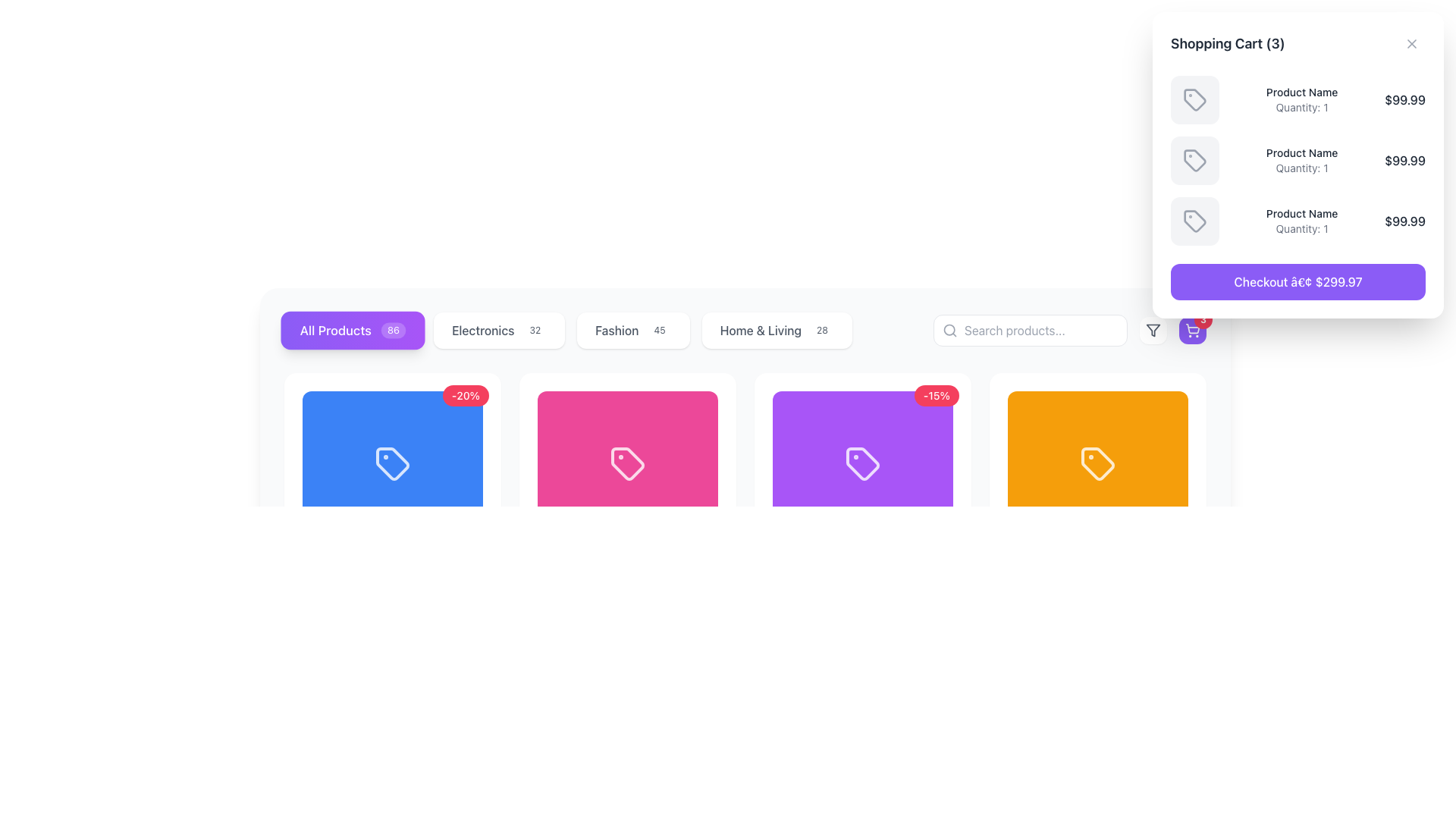 The image size is (1456, 819). What do you see at coordinates (1194, 221) in the screenshot?
I see `the product icon in the Shopping Cart section, which represents the third item in the cart list` at bounding box center [1194, 221].